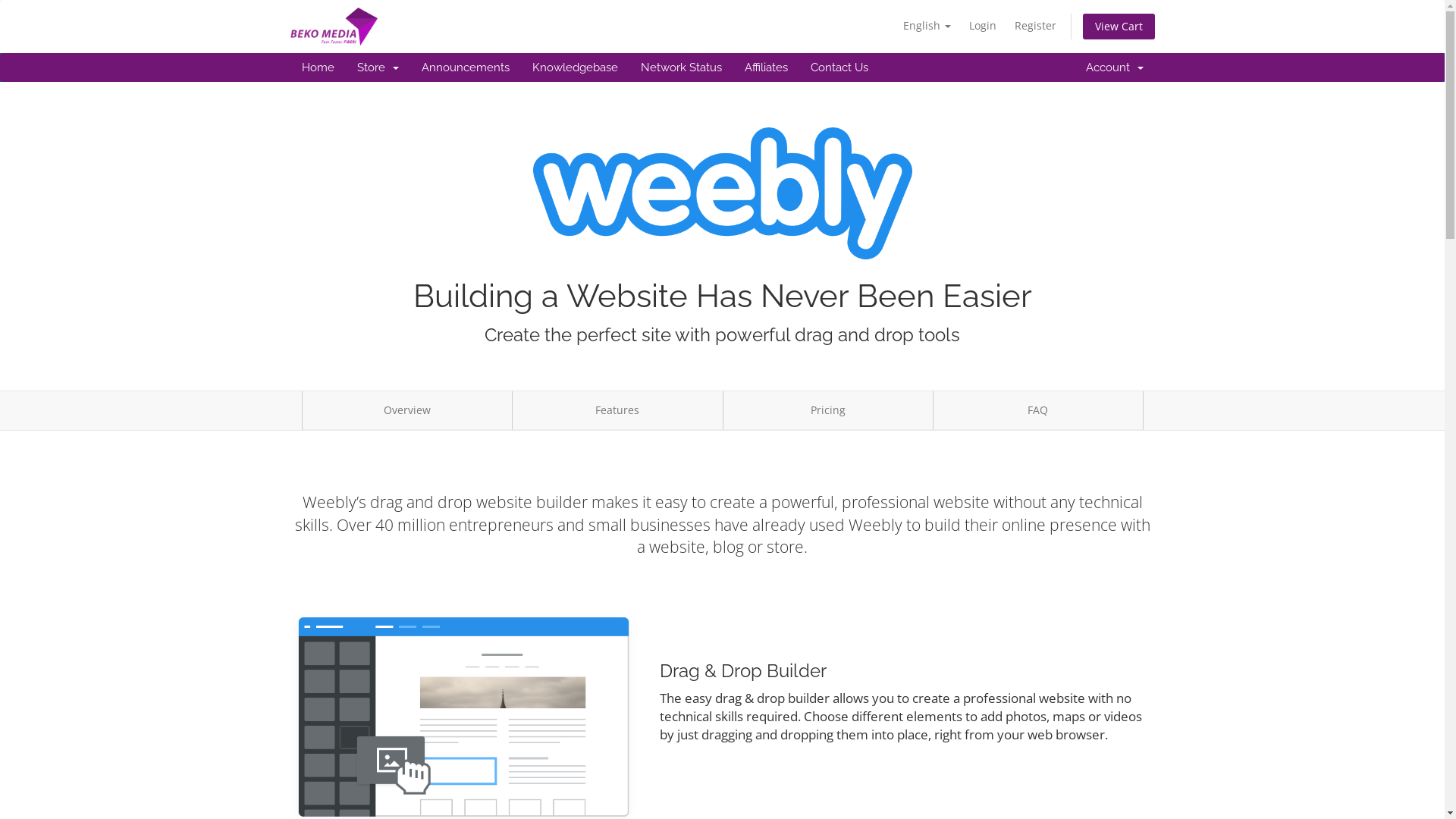 This screenshot has width=1456, height=819. Describe the element at coordinates (1034, 26) in the screenshot. I see `'Register'` at that location.